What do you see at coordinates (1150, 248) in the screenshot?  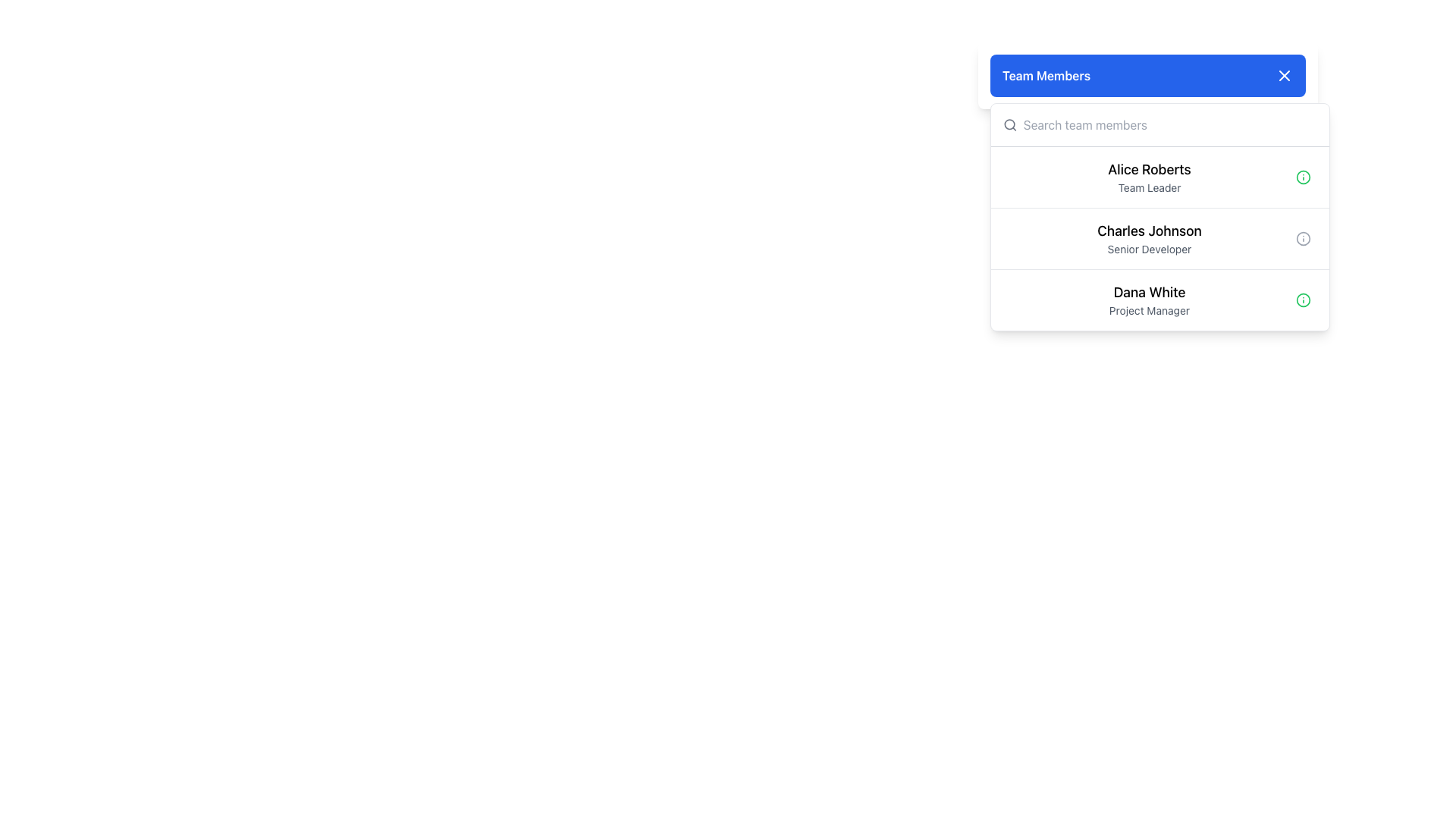 I see `the text label reading 'Senior Developer' which is styled in a smaller font and gray color, located directly below 'Charles Johnson' in the dropdown panel titled 'Team Members'` at bounding box center [1150, 248].